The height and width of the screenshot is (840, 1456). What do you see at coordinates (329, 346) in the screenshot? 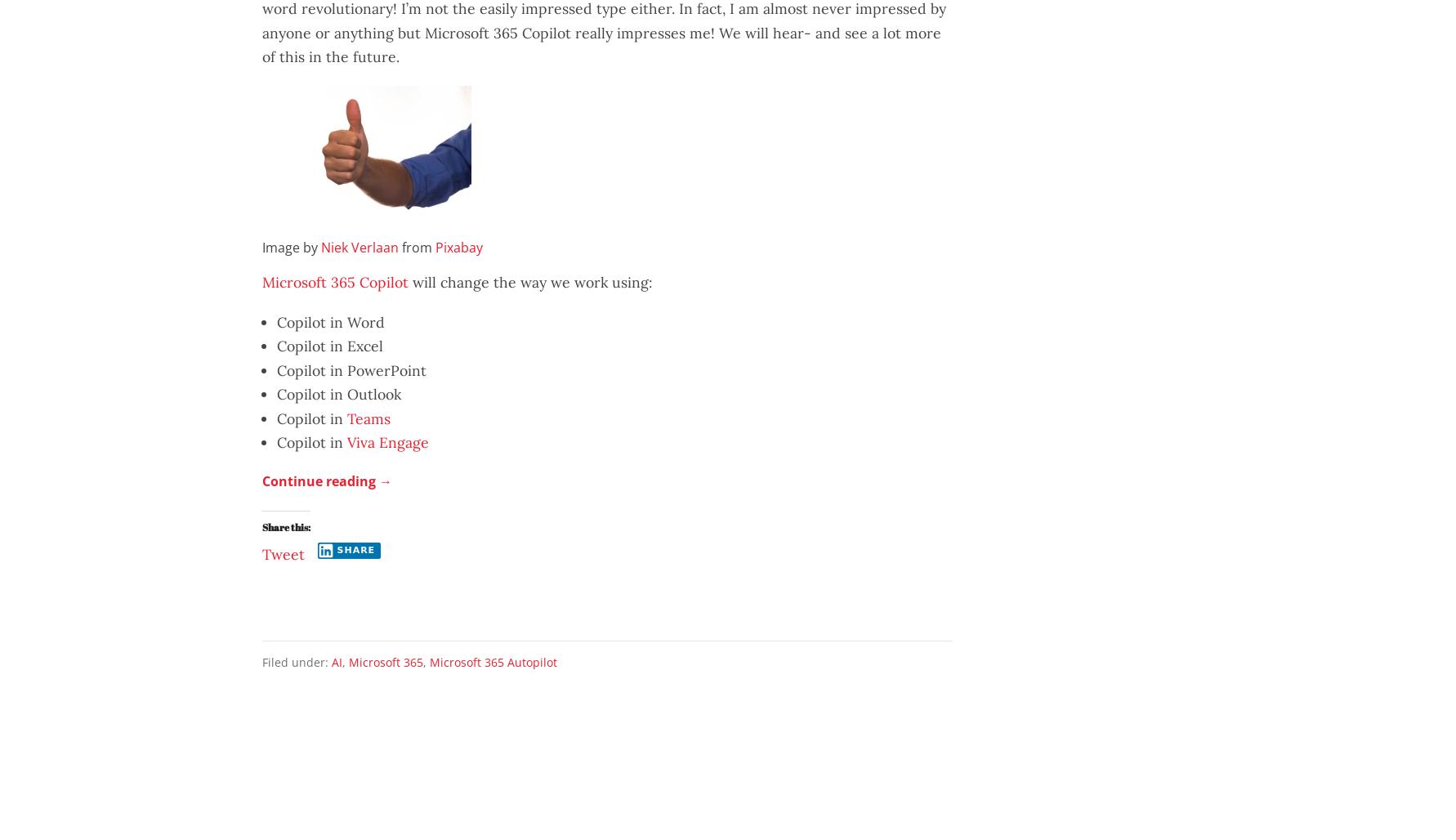
I see `'Copilot in Excel'` at bounding box center [329, 346].